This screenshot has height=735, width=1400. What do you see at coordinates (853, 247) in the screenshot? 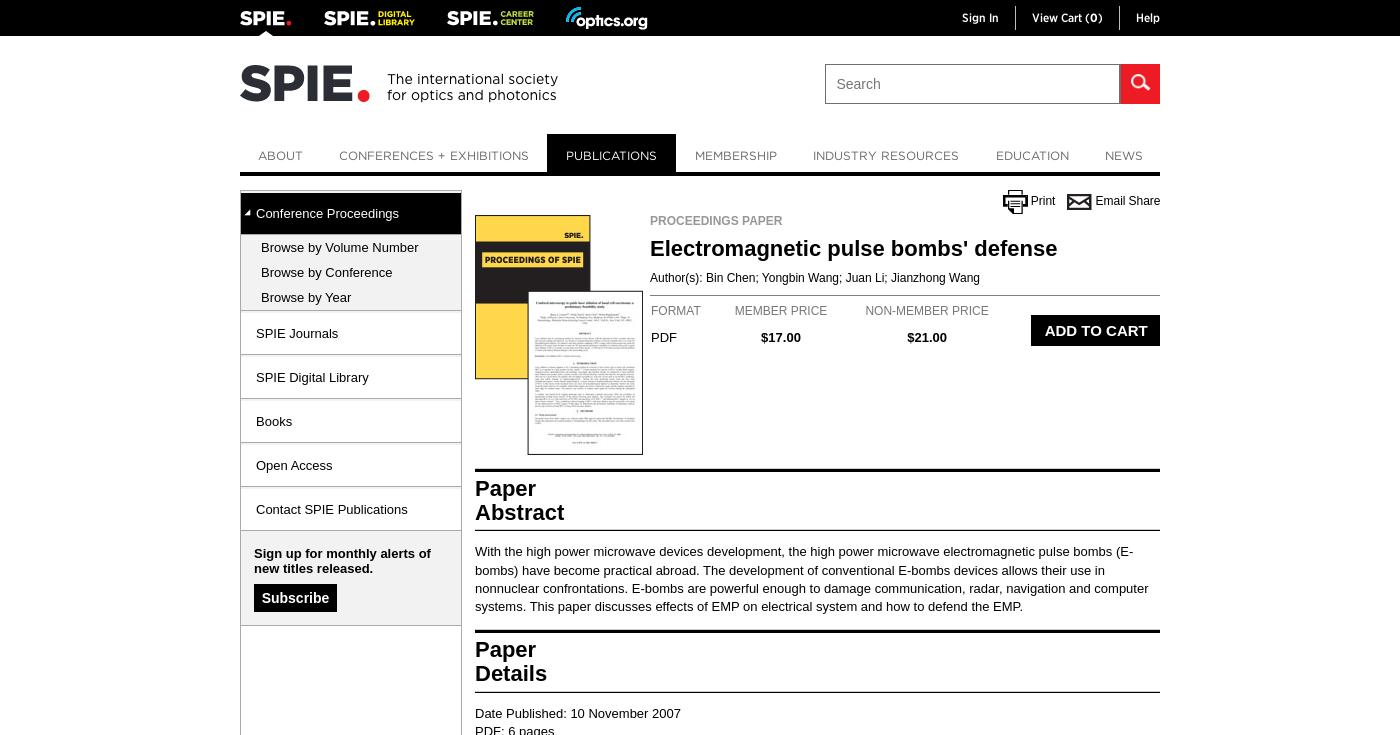
I see `'Electromagnetic pulse bombs' defense'` at bounding box center [853, 247].